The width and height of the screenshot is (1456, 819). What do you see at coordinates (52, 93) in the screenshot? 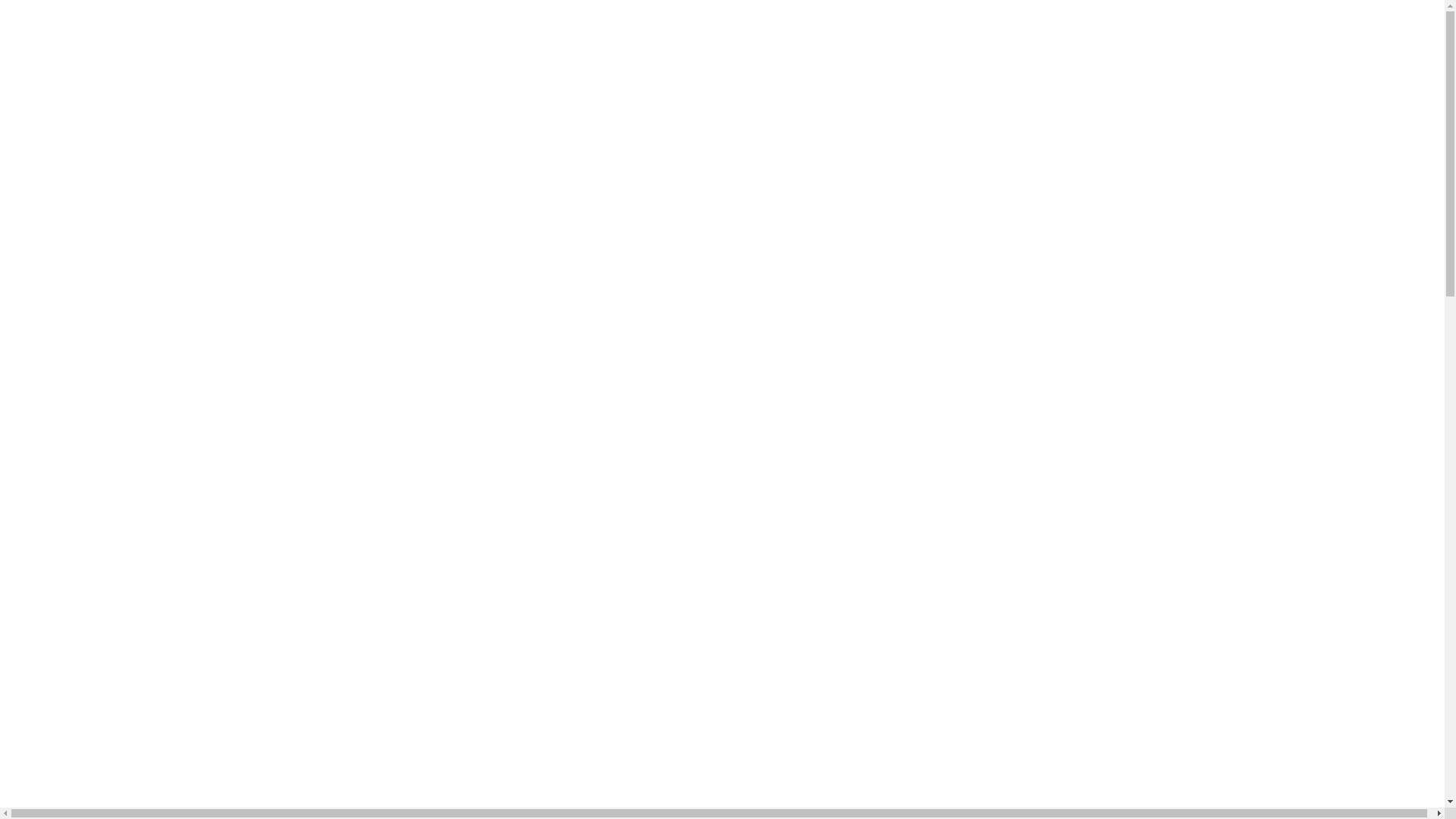
I see `'CART'` at bounding box center [52, 93].